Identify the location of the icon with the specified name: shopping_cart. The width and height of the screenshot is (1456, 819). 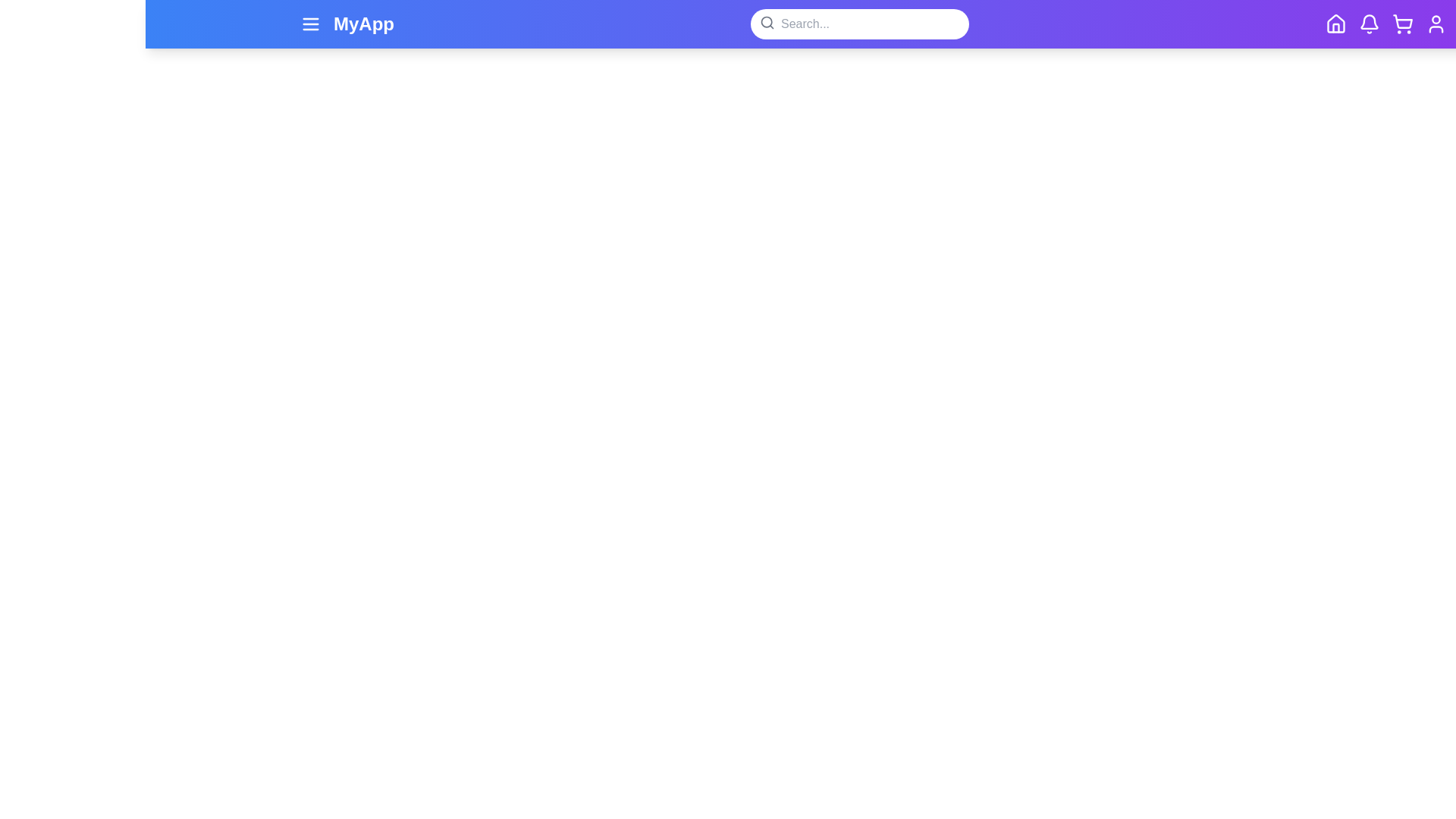
(1401, 24).